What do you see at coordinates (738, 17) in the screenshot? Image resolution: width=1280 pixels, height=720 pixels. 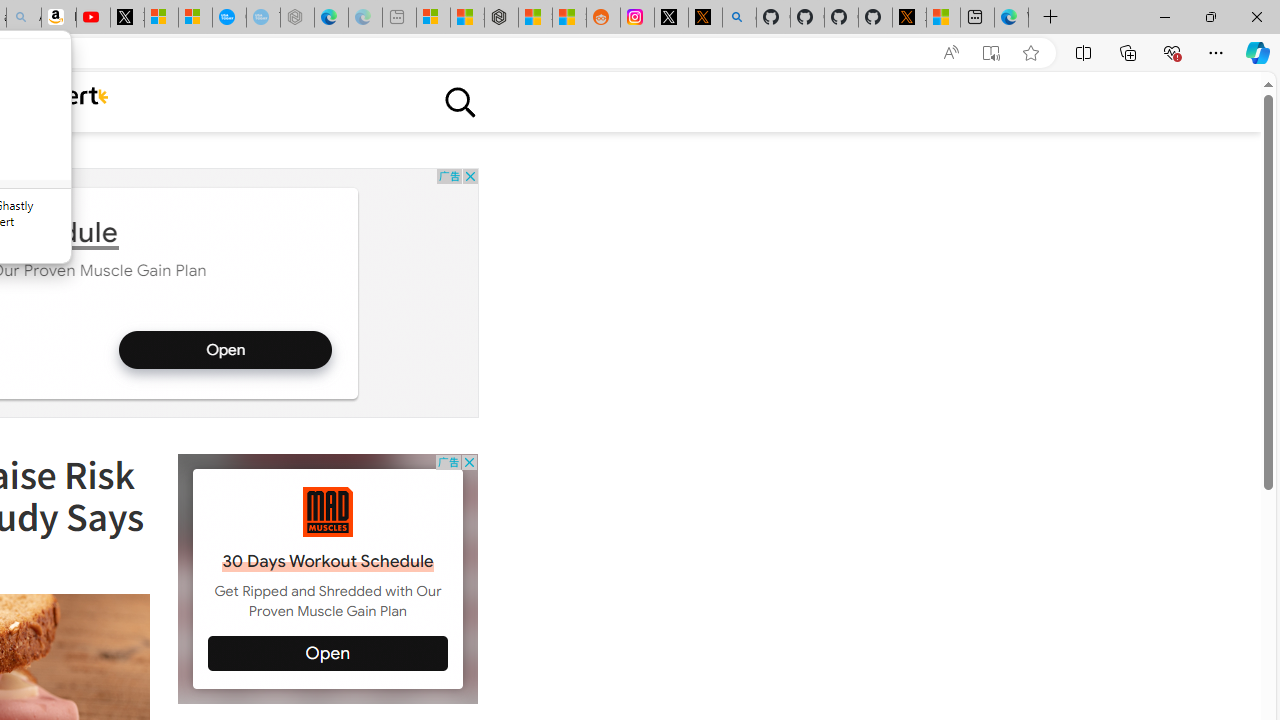 I see `'github - Search'` at bounding box center [738, 17].